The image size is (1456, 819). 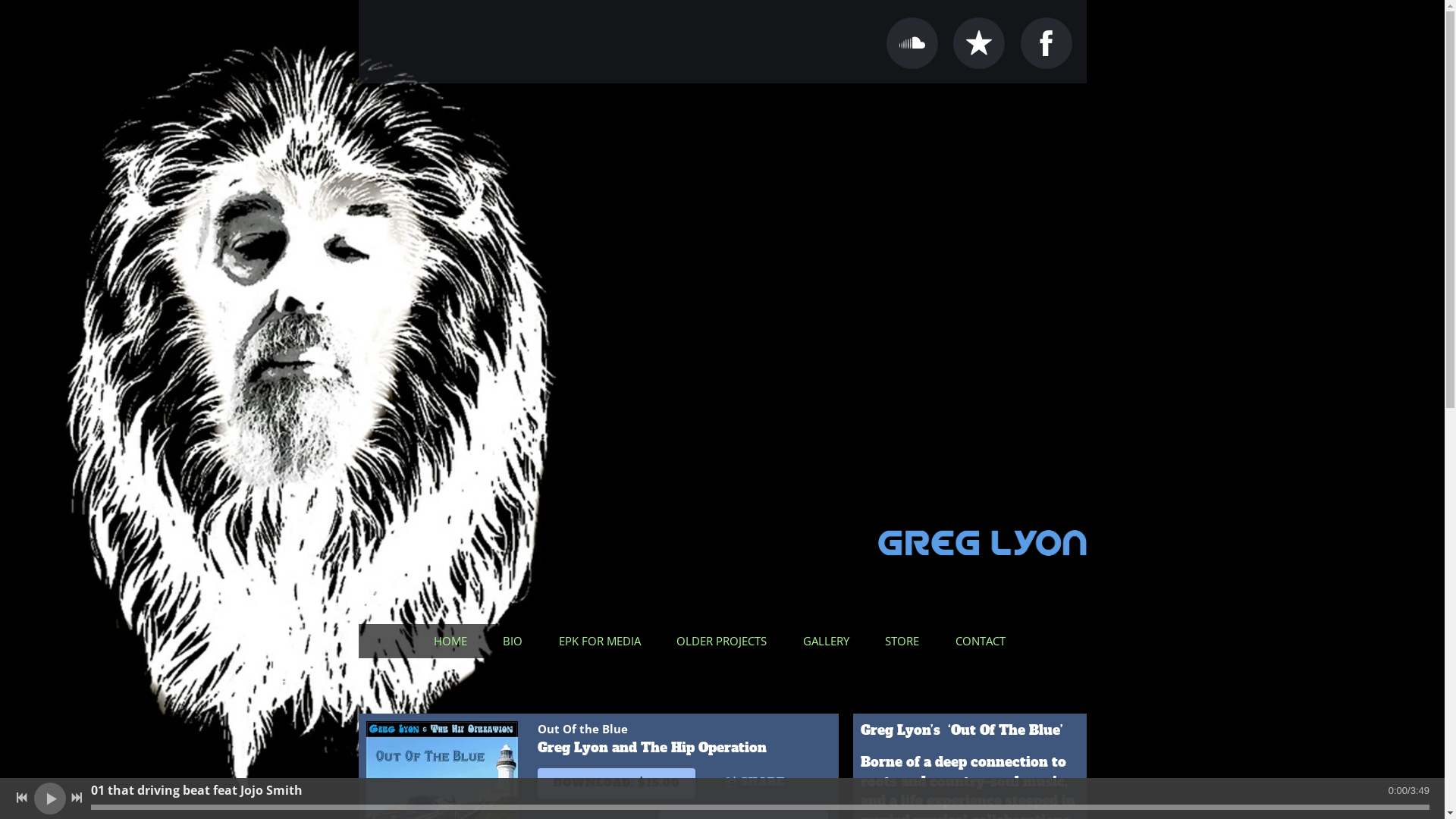 I want to click on 'https://facebook.com/greg.lyon.716', so click(x=1020, y=42).